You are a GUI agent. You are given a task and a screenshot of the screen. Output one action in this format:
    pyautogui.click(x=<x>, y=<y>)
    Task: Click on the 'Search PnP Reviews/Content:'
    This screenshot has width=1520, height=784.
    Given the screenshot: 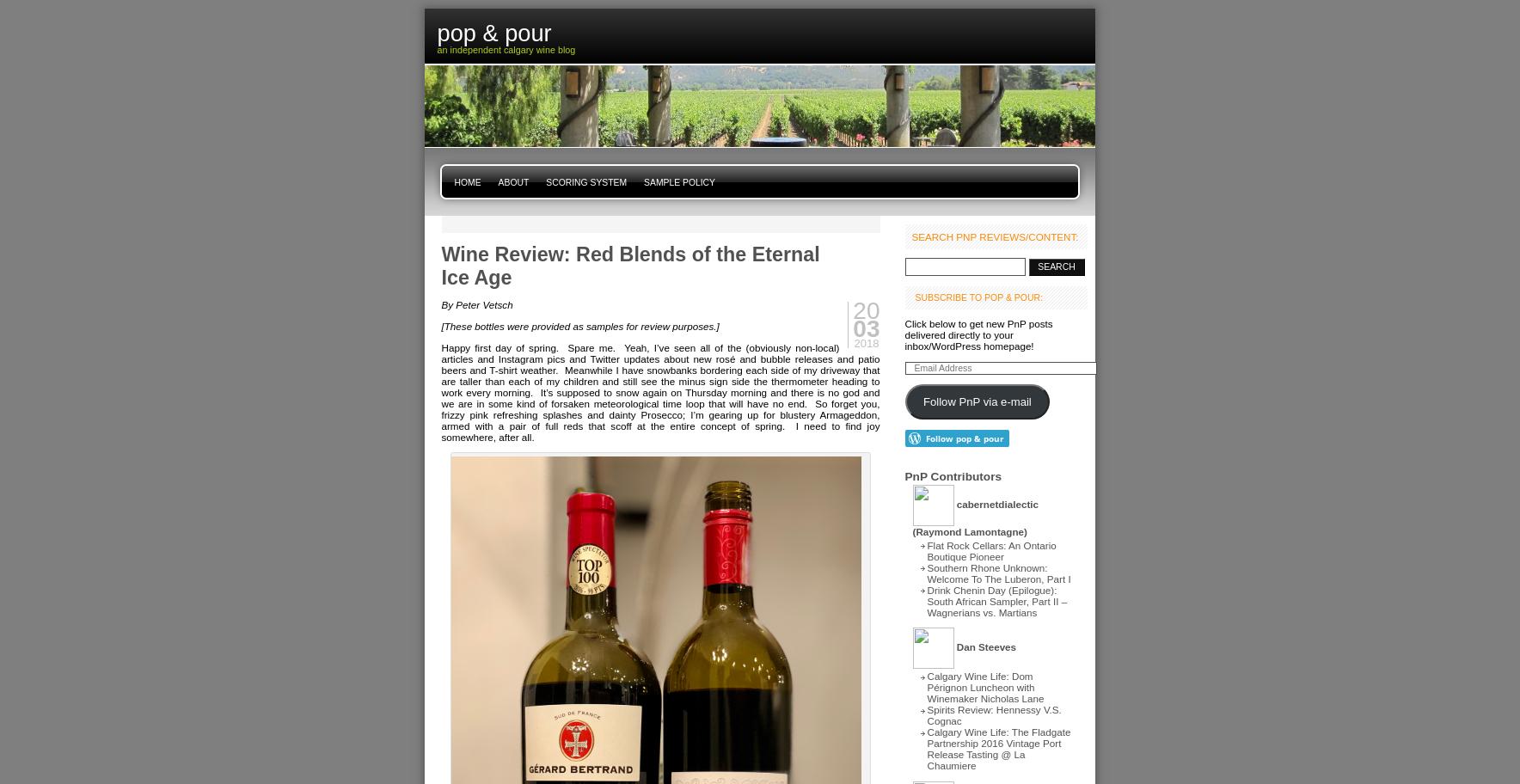 What is the action you would take?
    pyautogui.click(x=994, y=236)
    